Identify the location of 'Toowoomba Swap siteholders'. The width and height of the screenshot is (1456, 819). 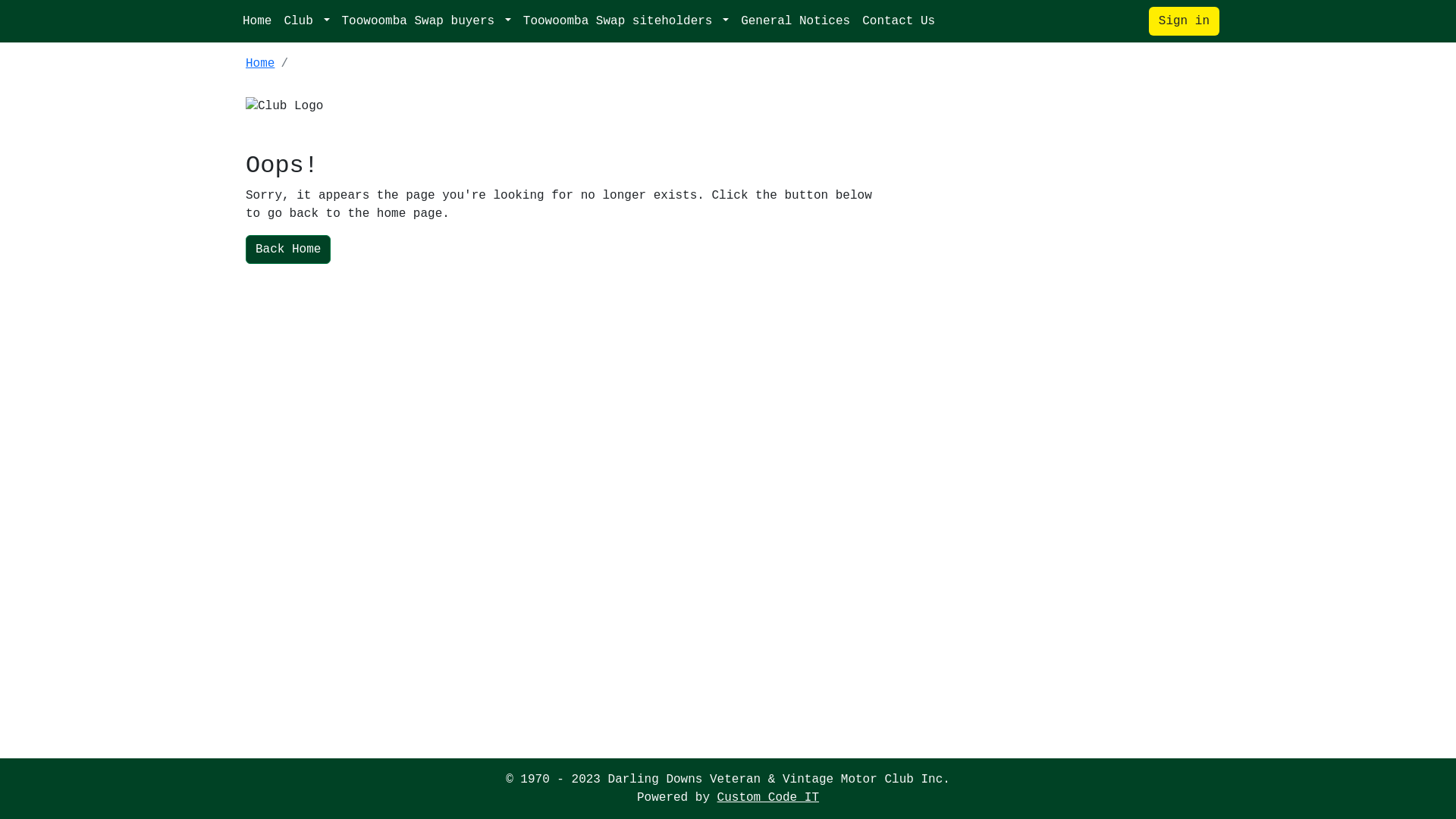
(626, 20).